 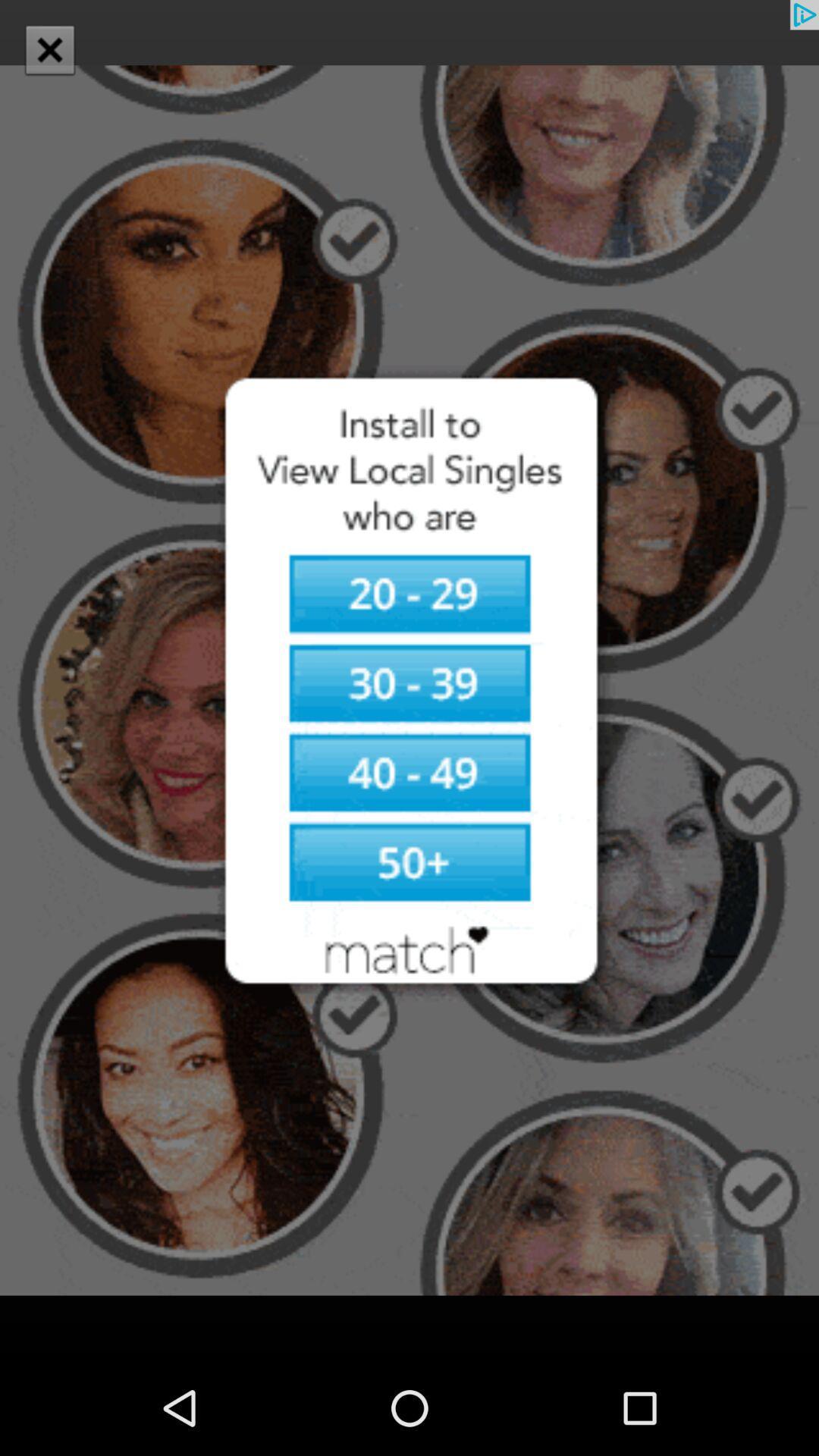 What do you see at coordinates (49, 53) in the screenshot?
I see `the close icon` at bounding box center [49, 53].